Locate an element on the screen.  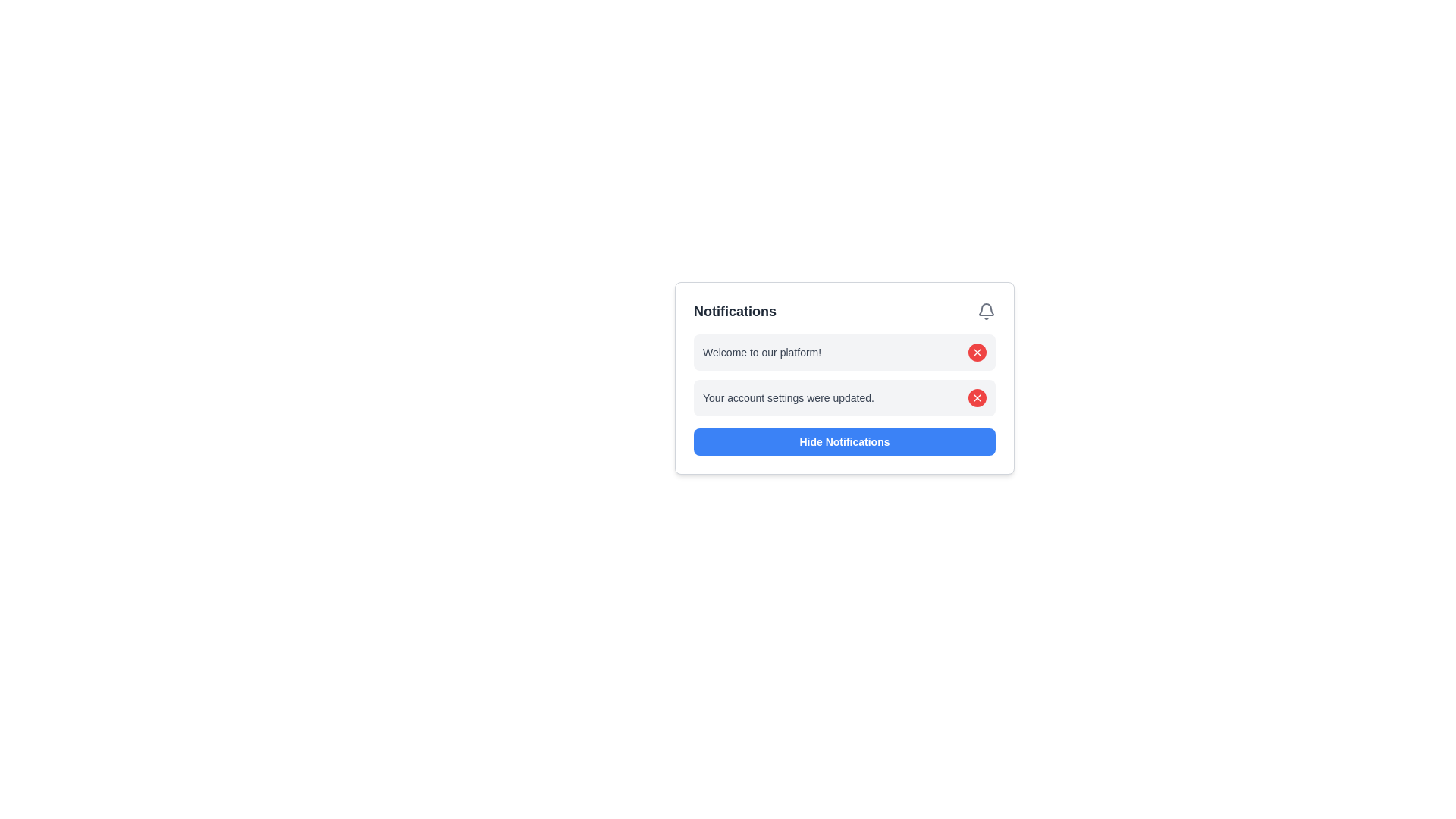
the close icon within the circular button located to the right of the 'Welcome to our platform!' text is located at coordinates (977, 353).